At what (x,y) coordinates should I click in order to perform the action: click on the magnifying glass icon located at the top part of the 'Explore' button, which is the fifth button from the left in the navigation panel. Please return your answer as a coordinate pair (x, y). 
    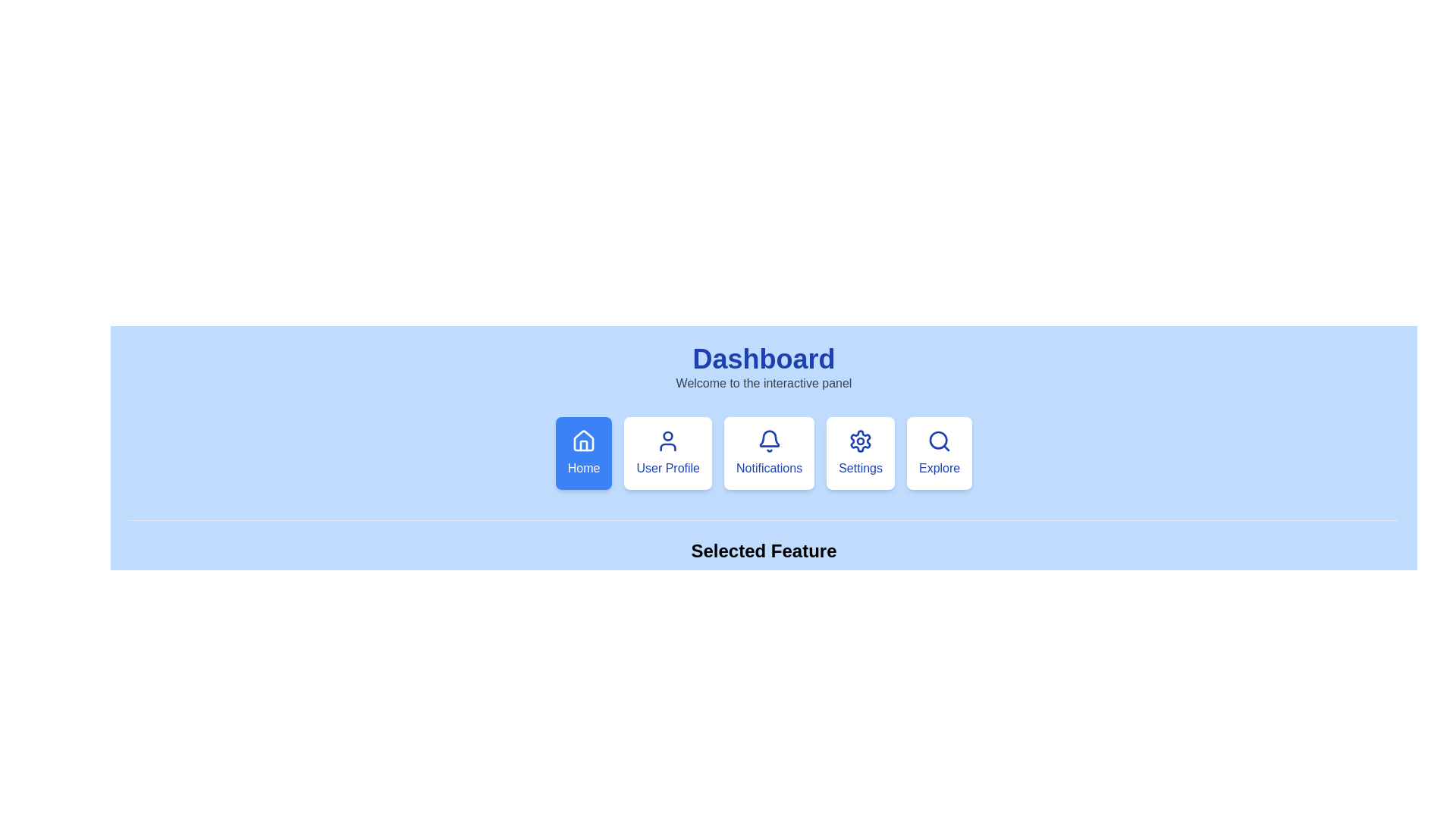
    Looking at the image, I should click on (939, 441).